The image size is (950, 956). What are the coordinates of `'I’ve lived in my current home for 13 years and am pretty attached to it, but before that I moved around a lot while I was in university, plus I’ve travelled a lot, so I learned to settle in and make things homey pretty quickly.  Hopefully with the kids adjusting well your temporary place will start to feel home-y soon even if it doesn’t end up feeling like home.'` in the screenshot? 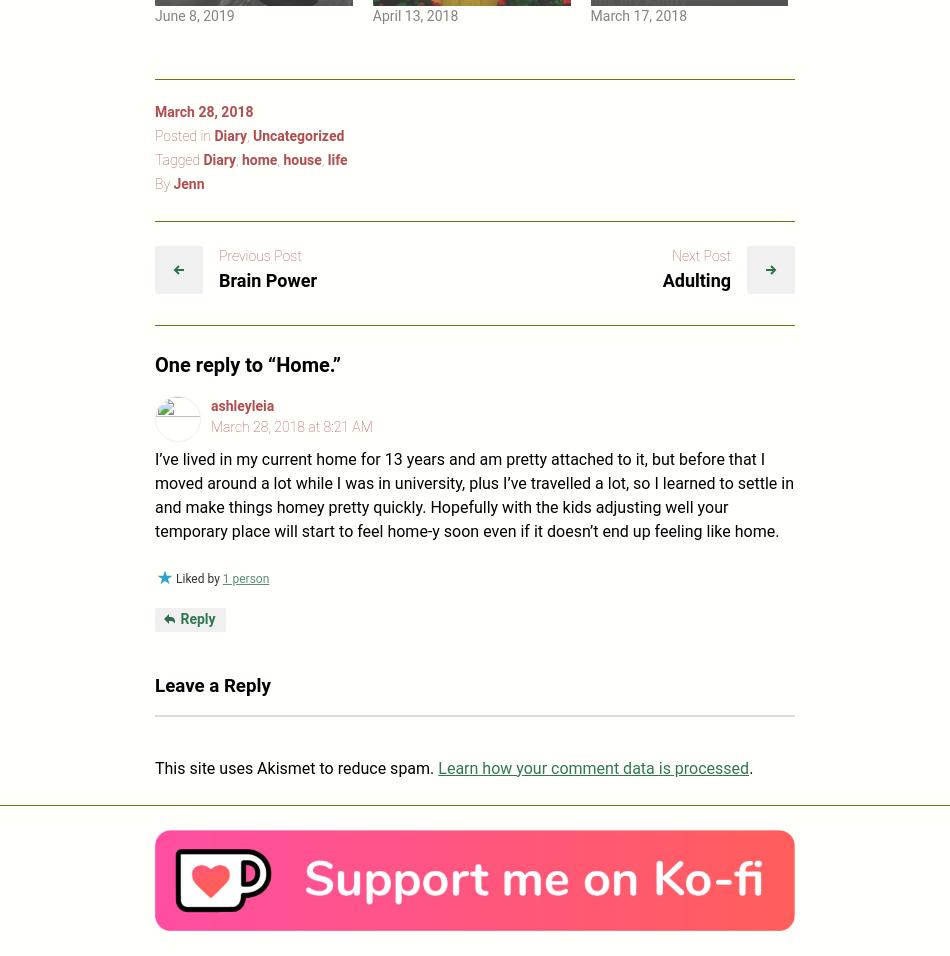 It's located at (155, 494).